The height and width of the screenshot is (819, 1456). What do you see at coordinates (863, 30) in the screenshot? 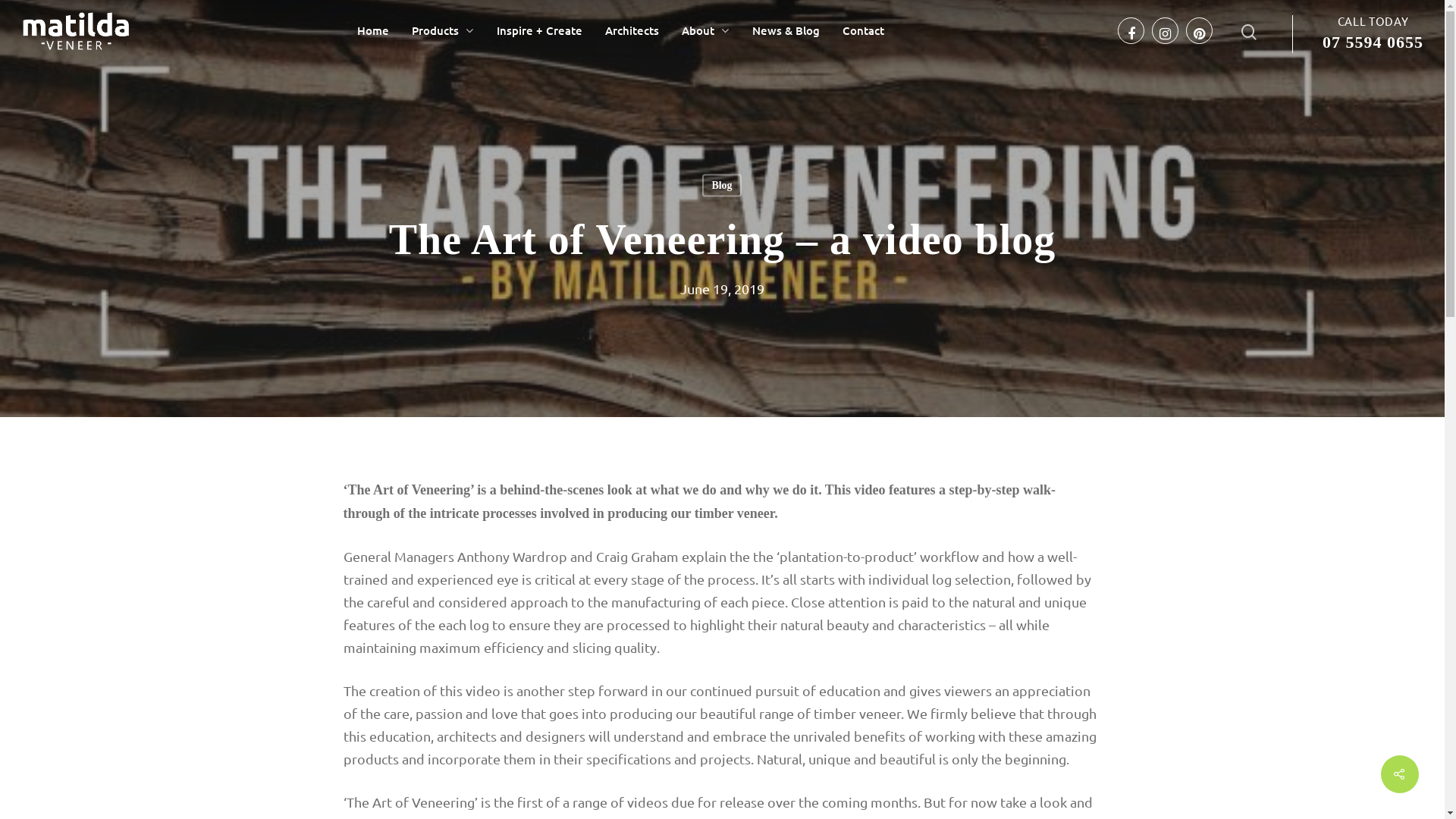
I see `'Contact'` at bounding box center [863, 30].